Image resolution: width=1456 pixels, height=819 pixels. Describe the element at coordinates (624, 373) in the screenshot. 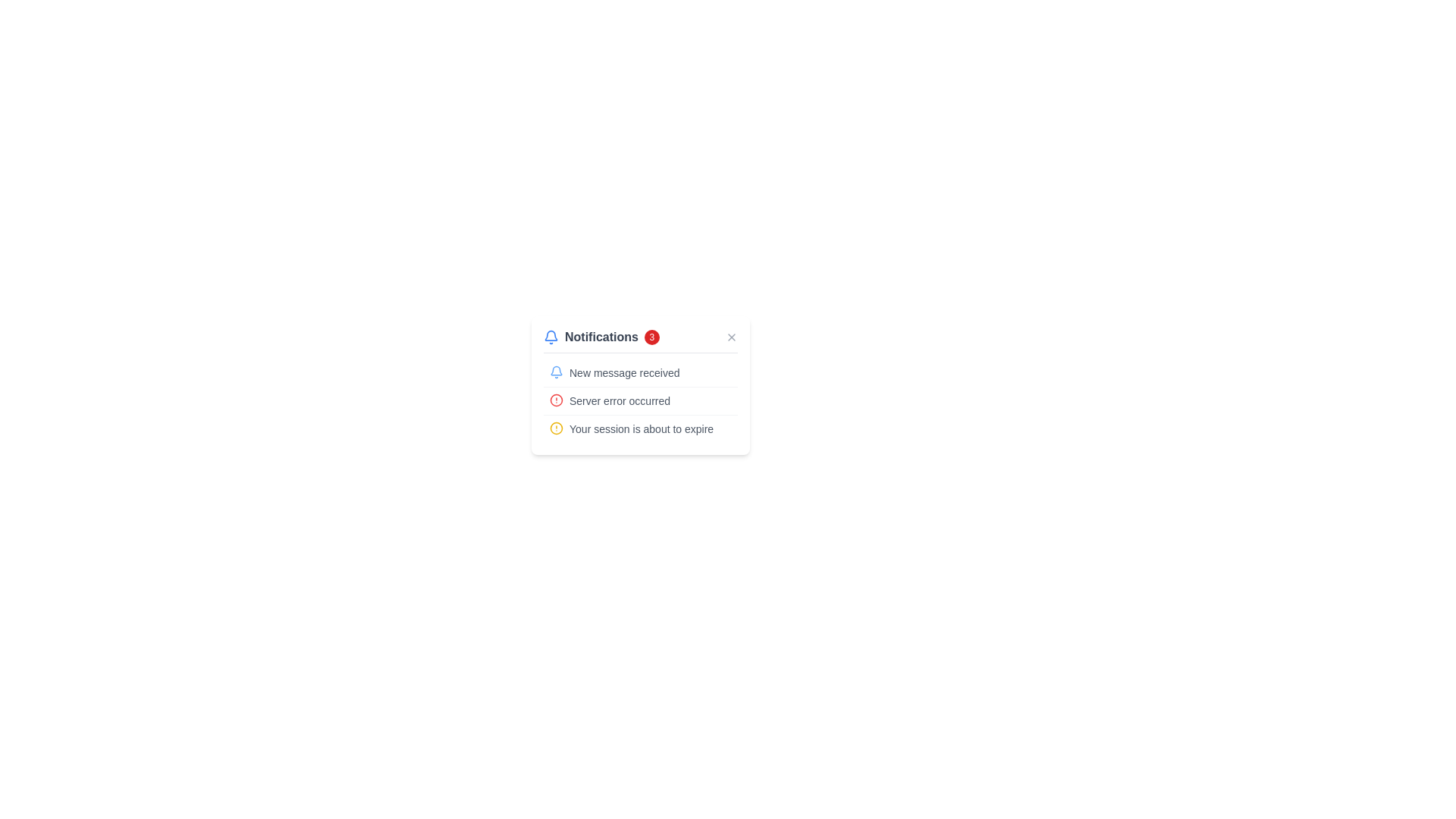

I see `the text label displaying 'New message received' which is the first item in the notifications list` at that location.